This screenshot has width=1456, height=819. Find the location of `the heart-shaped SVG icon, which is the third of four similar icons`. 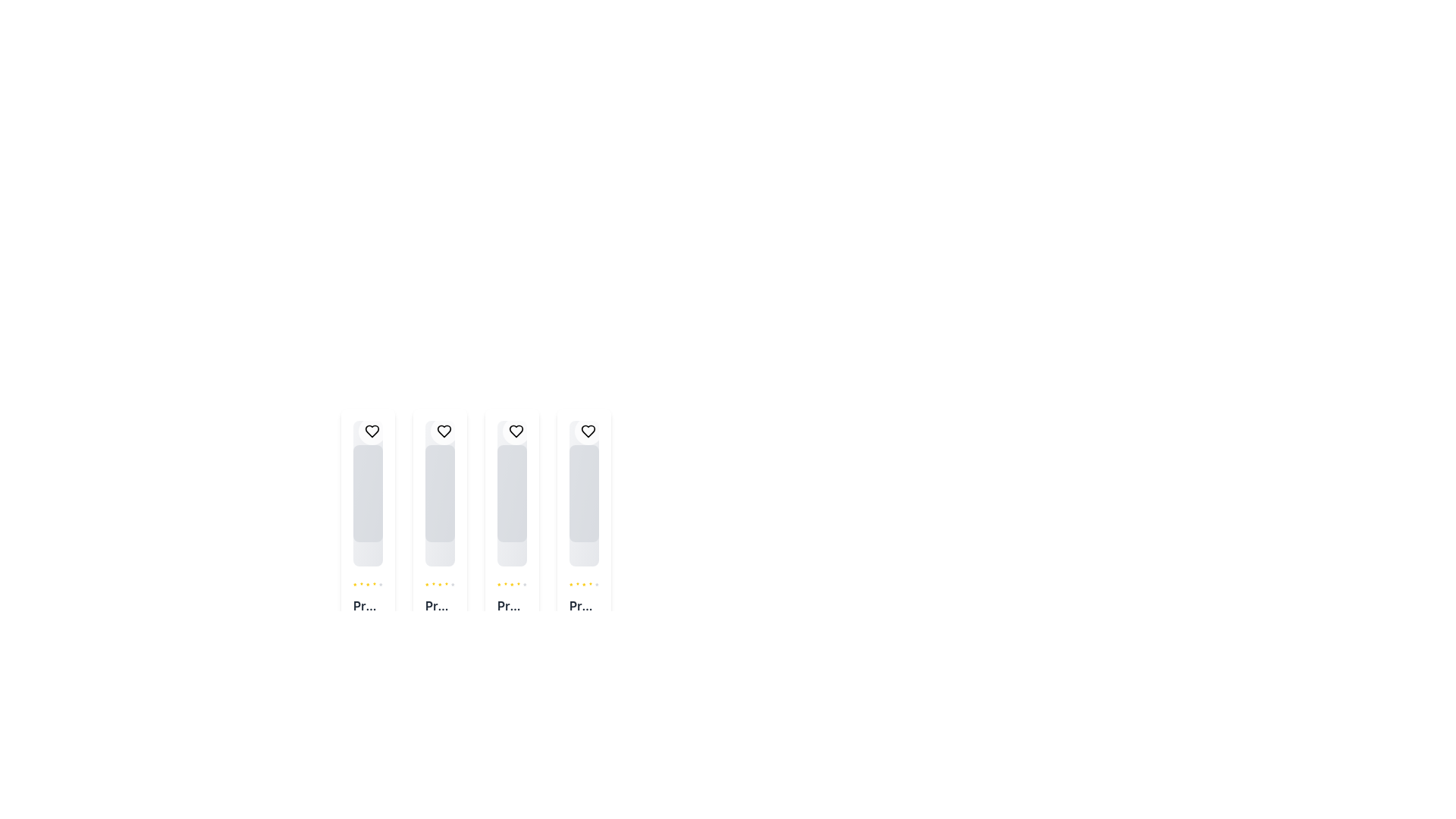

the heart-shaped SVG icon, which is the third of four similar icons is located at coordinates (516, 431).